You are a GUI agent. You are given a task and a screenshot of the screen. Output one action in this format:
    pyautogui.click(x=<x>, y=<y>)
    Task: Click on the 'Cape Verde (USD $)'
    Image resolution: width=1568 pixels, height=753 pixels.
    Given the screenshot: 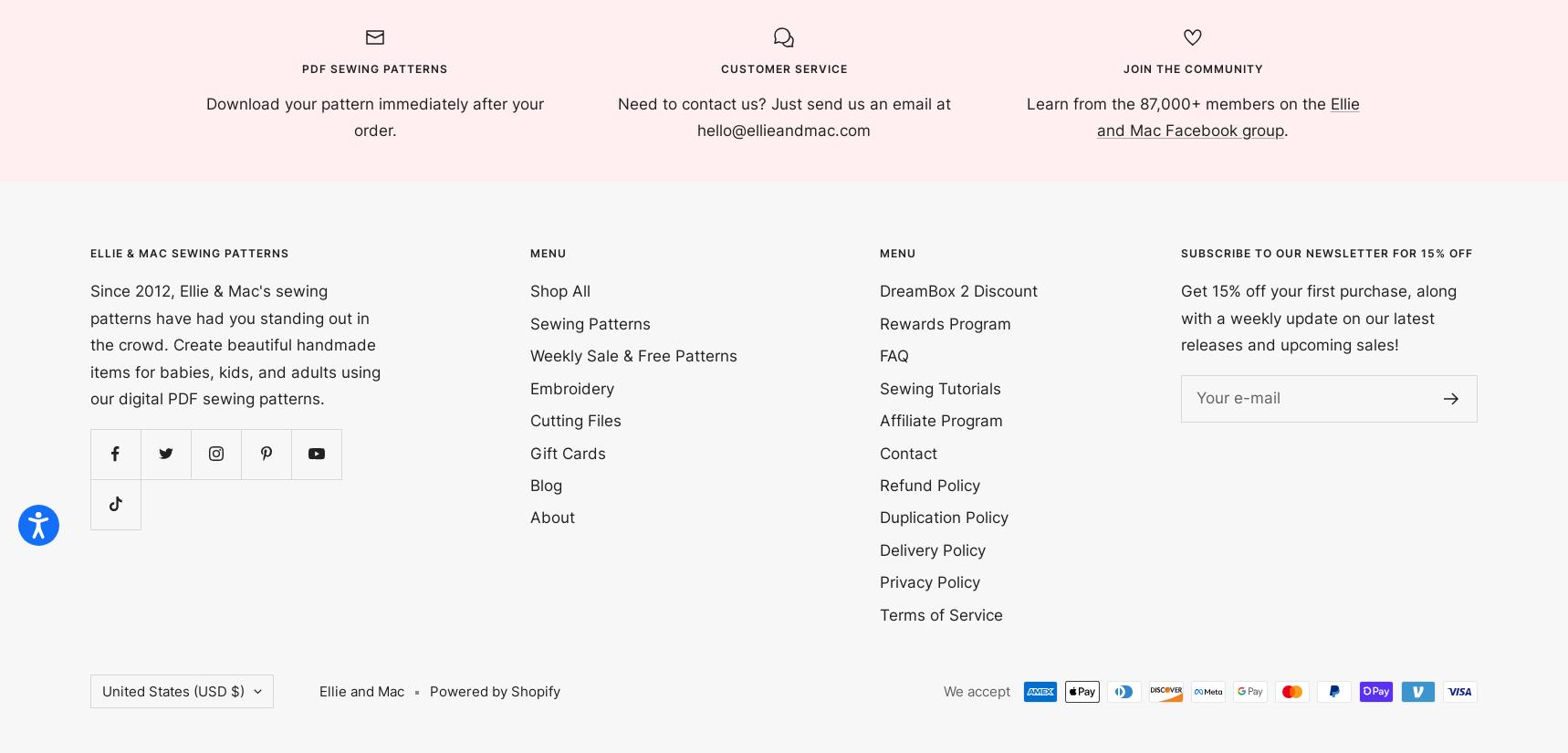 What is the action you would take?
    pyautogui.click(x=109, y=288)
    